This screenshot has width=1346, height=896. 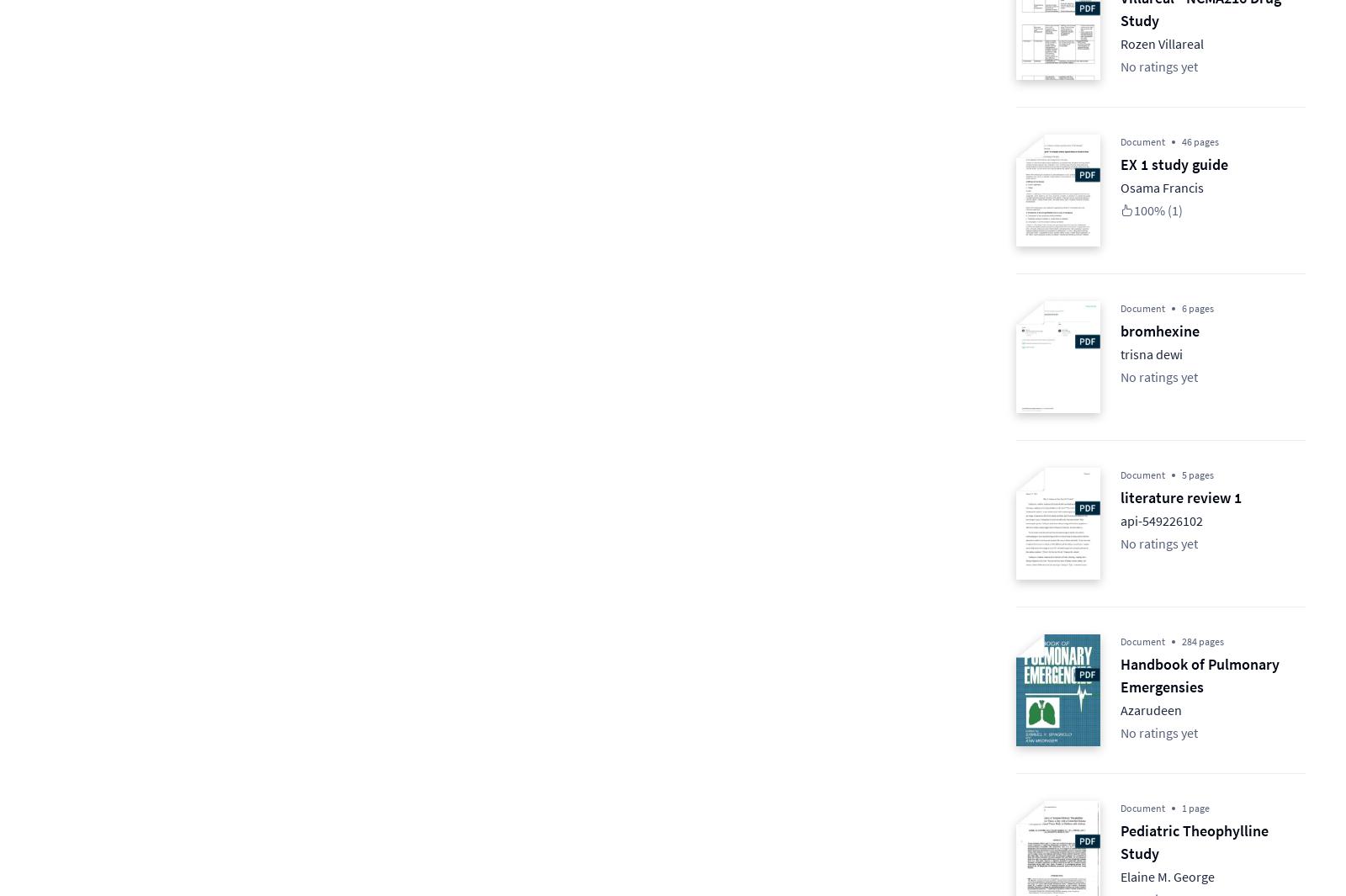 What do you see at coordinates (1181, 307) in the screenshot?
I see `'6 pages'` at bounding box center [1181, 307].